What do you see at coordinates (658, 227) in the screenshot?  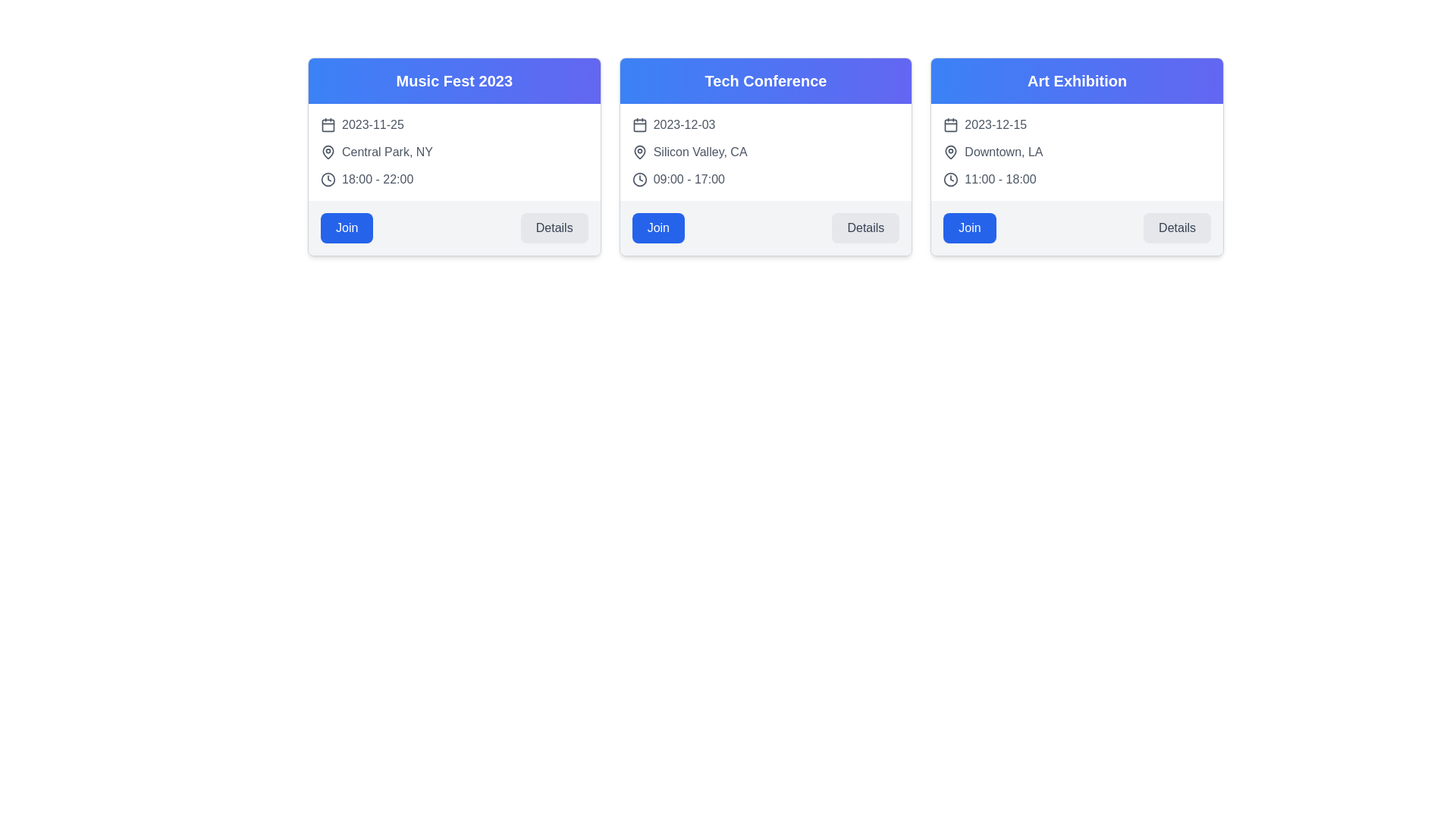 I see `the blue rectangular button labeled 'Join'` at bounding box center [658, 227].